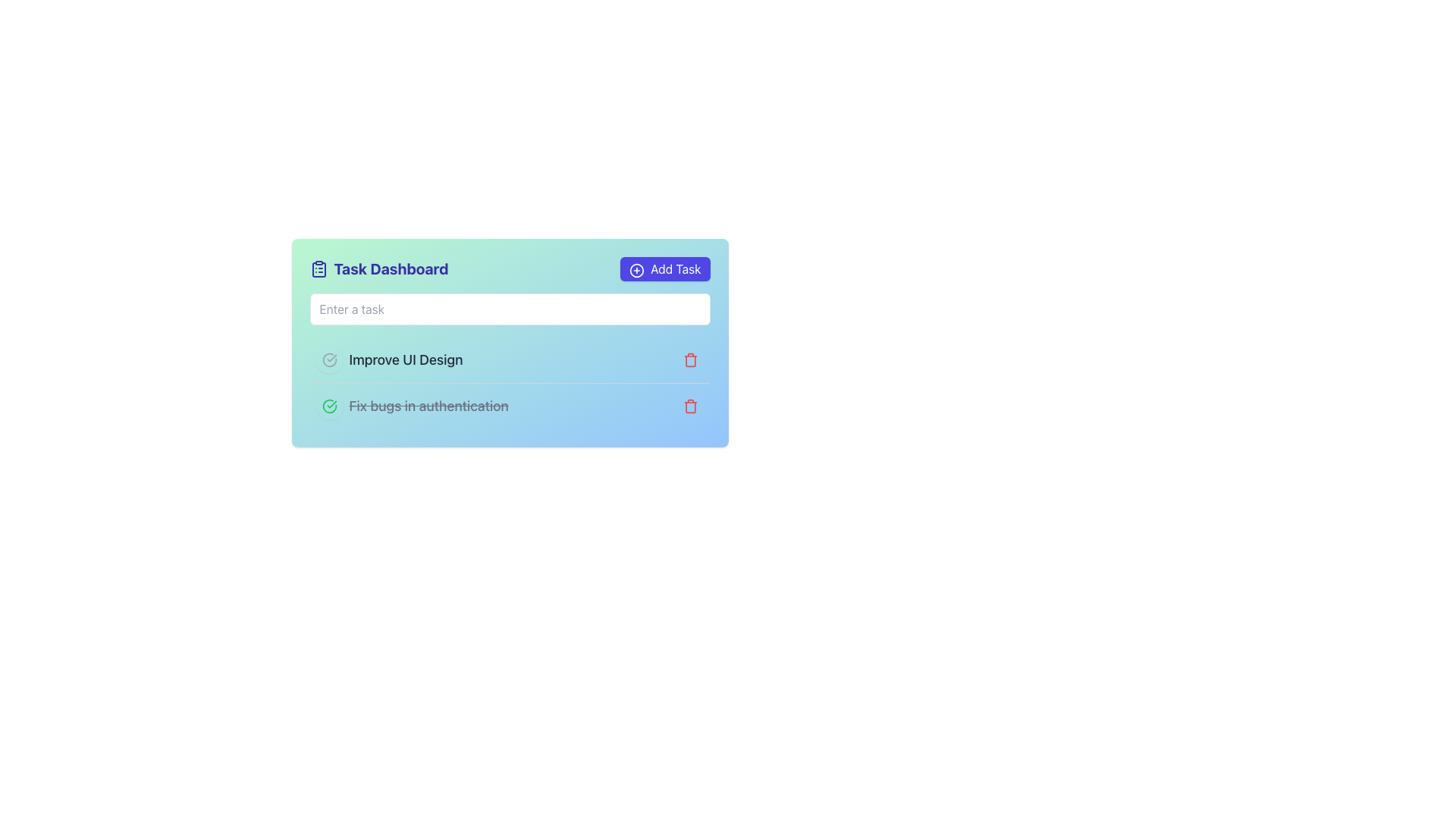 This screenshot has width=1456, height=819. I want to click on the state of the circular icon with a checkmark, positioned to the left of the text 'Fix bugs in authentication', which is the second item in the vertical list of icons, so click(328, 359).